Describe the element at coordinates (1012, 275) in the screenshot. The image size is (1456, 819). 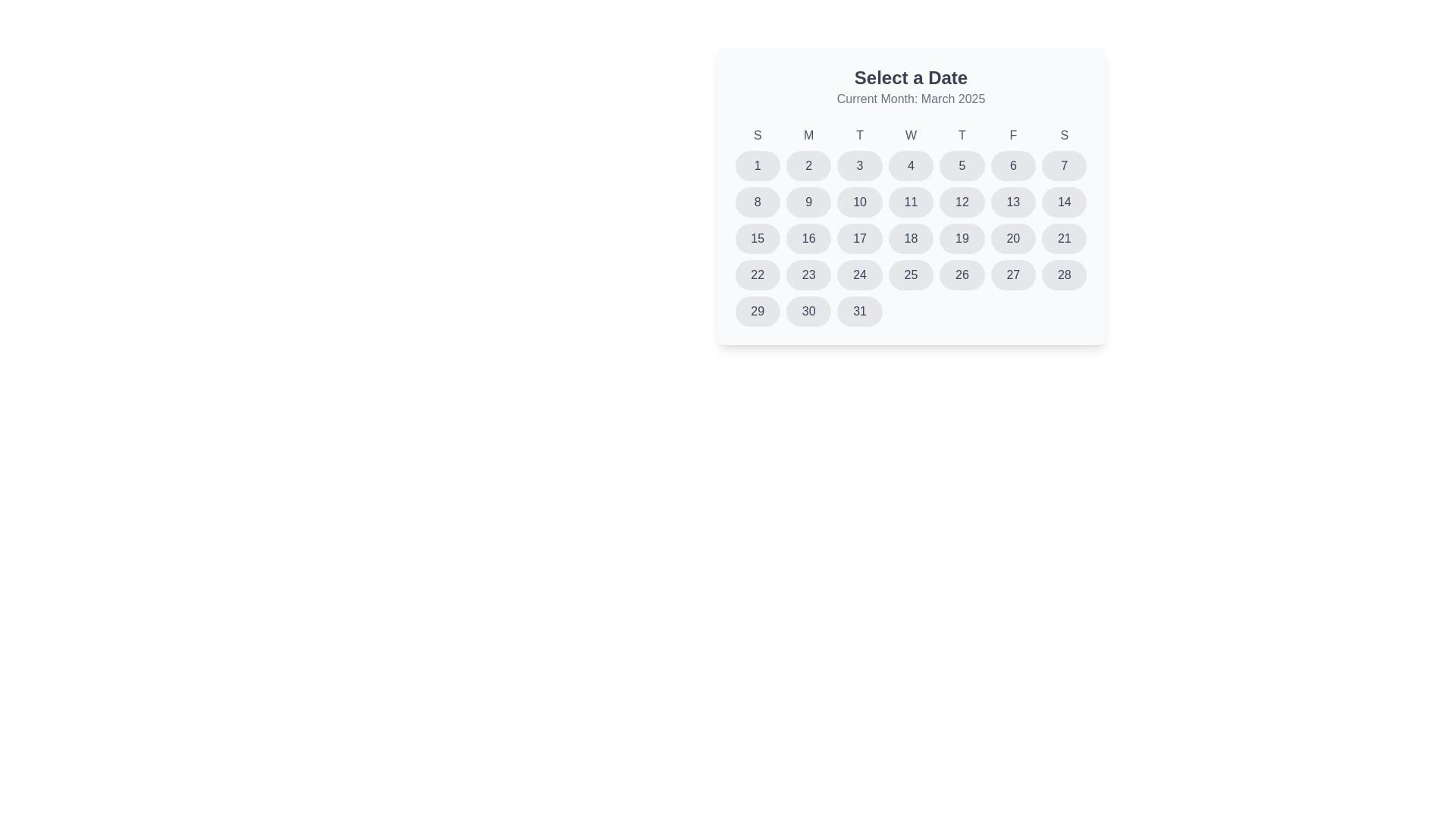
I see `the circular button with the numeral '27' in dark gray at its center` at that location.